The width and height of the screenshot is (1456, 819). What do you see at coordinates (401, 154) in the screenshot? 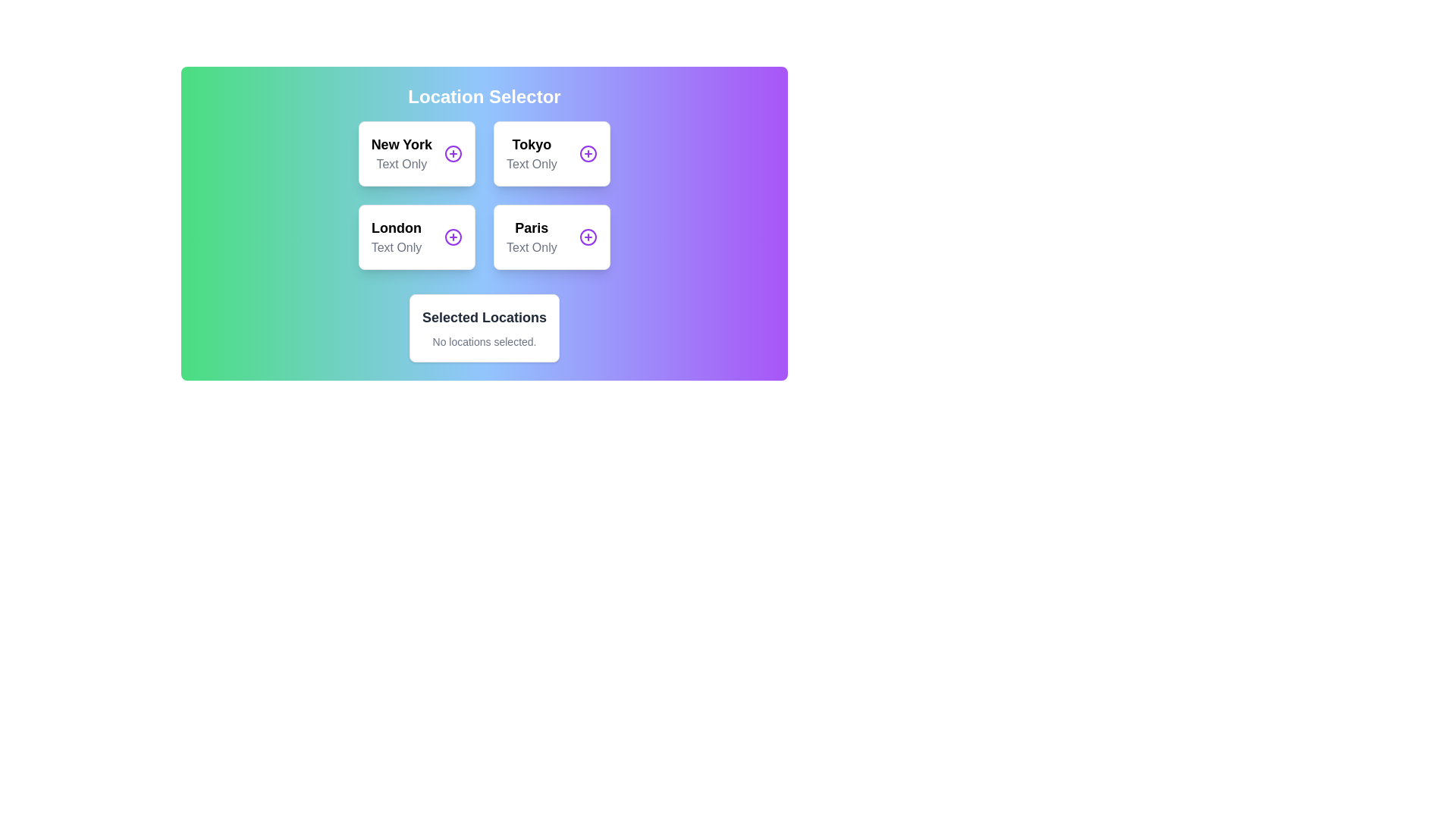
I see `the 'New York' selectable label in the top-left corner of the location selection interface` at bounding box center [401, 154].